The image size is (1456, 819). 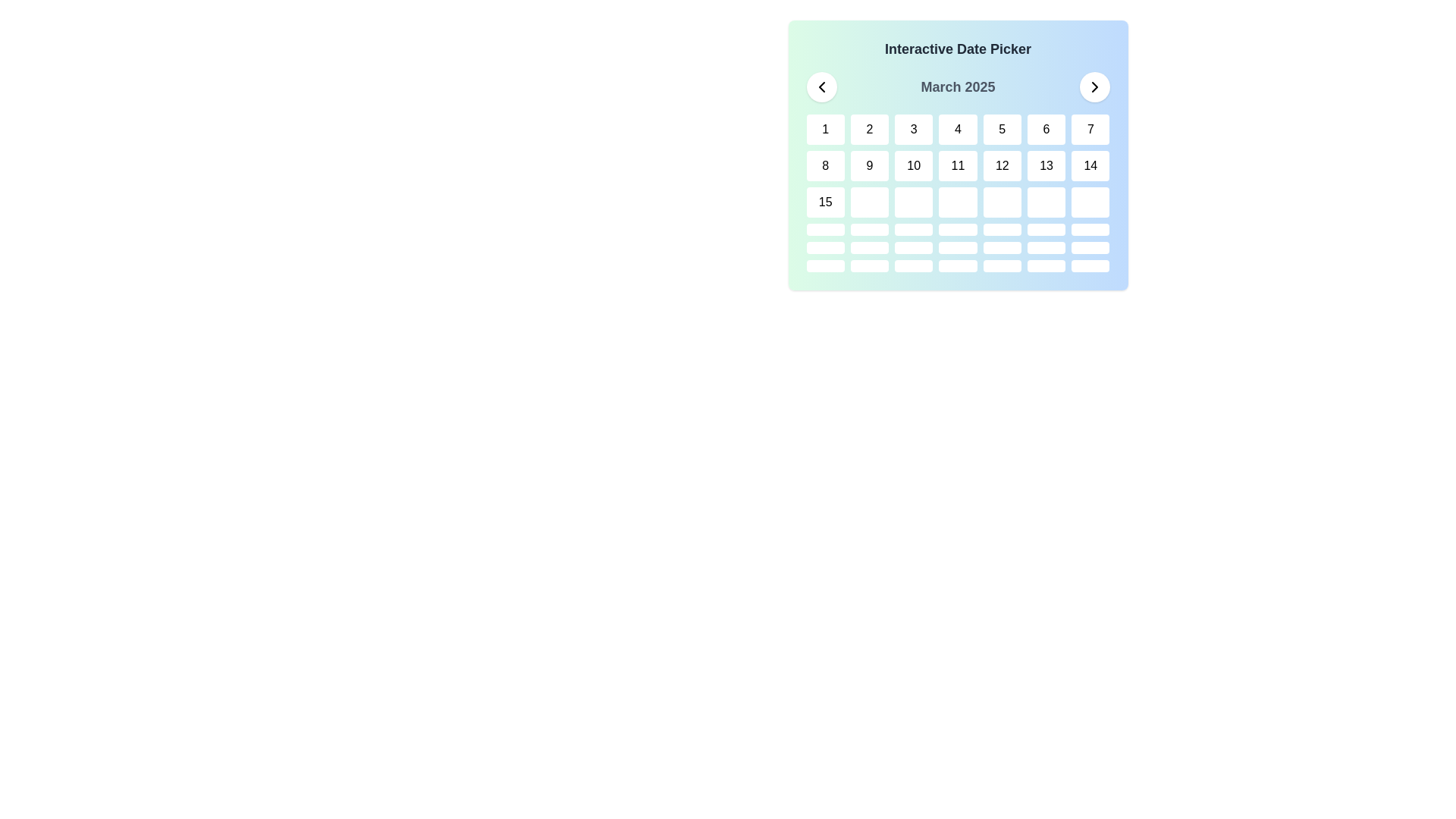 I want to click on the 2nd empty cell button in the last row of the calendar date picker, so click(x=870, y=265).